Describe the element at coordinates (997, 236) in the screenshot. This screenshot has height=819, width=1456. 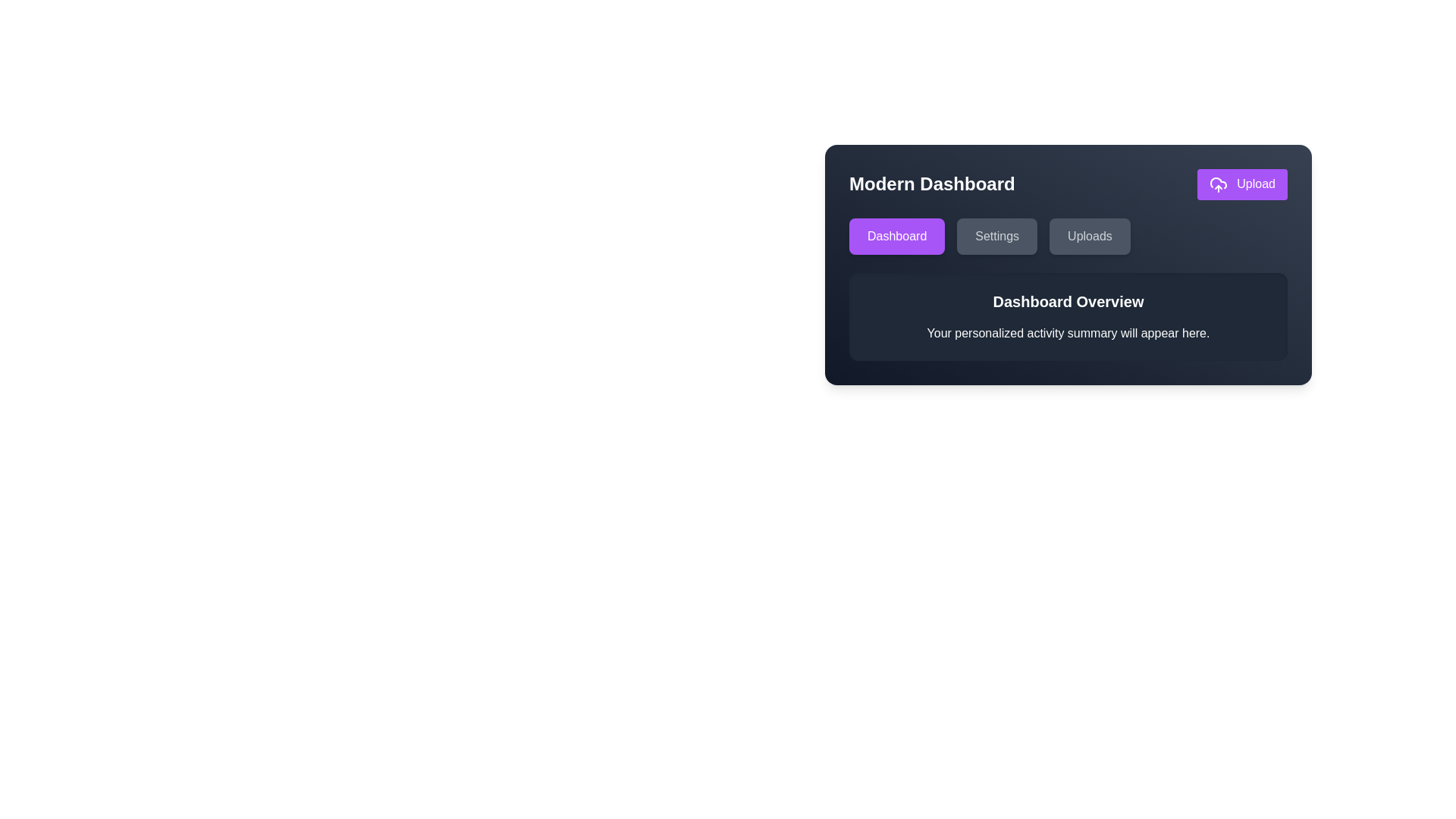
I see `the 'Settings' button, which is the second button in a horizontal row of three buttons in the navigation bar` at that location.